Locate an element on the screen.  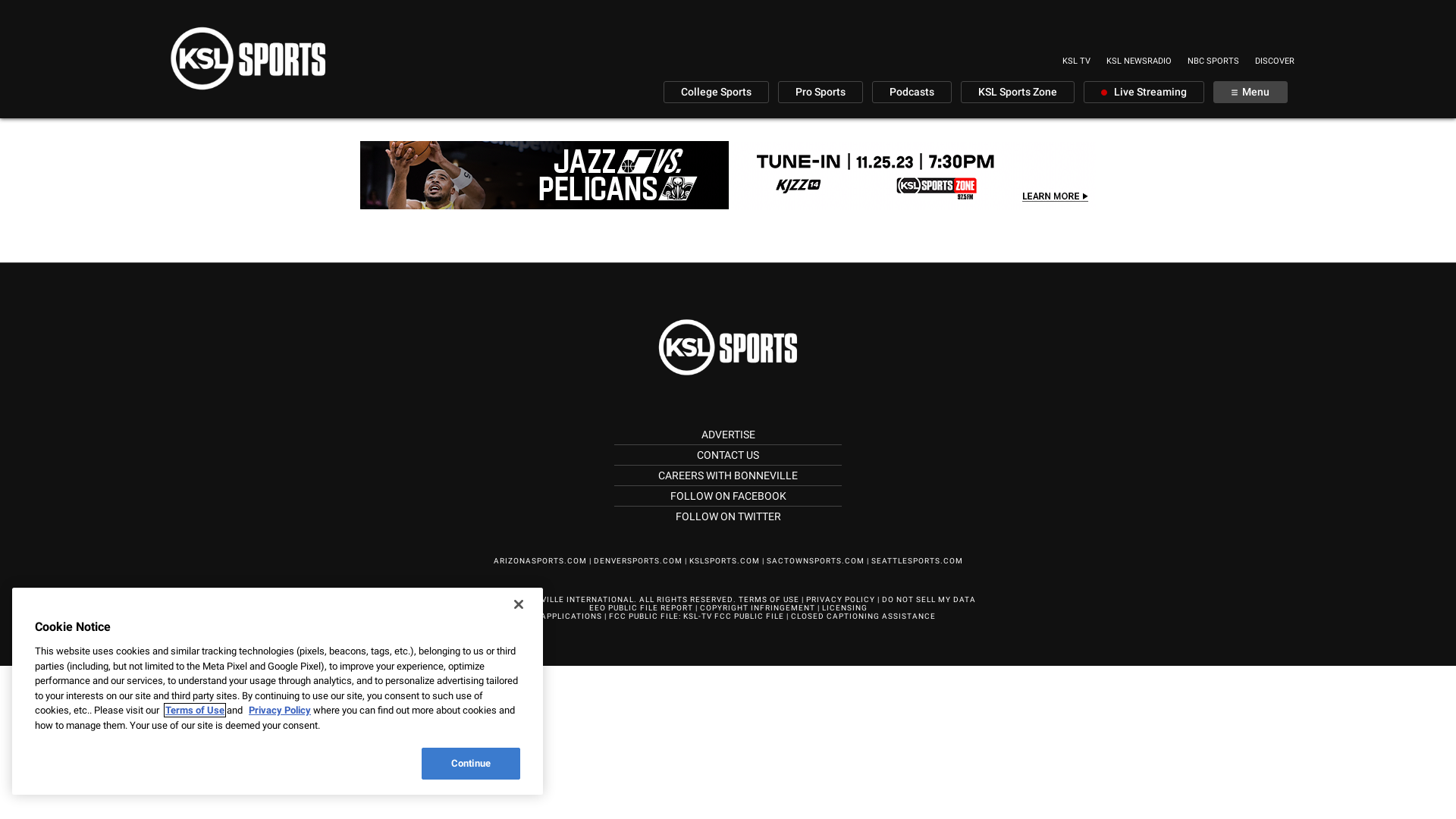
'KSL TV' is located at coordinates (1075, 60).